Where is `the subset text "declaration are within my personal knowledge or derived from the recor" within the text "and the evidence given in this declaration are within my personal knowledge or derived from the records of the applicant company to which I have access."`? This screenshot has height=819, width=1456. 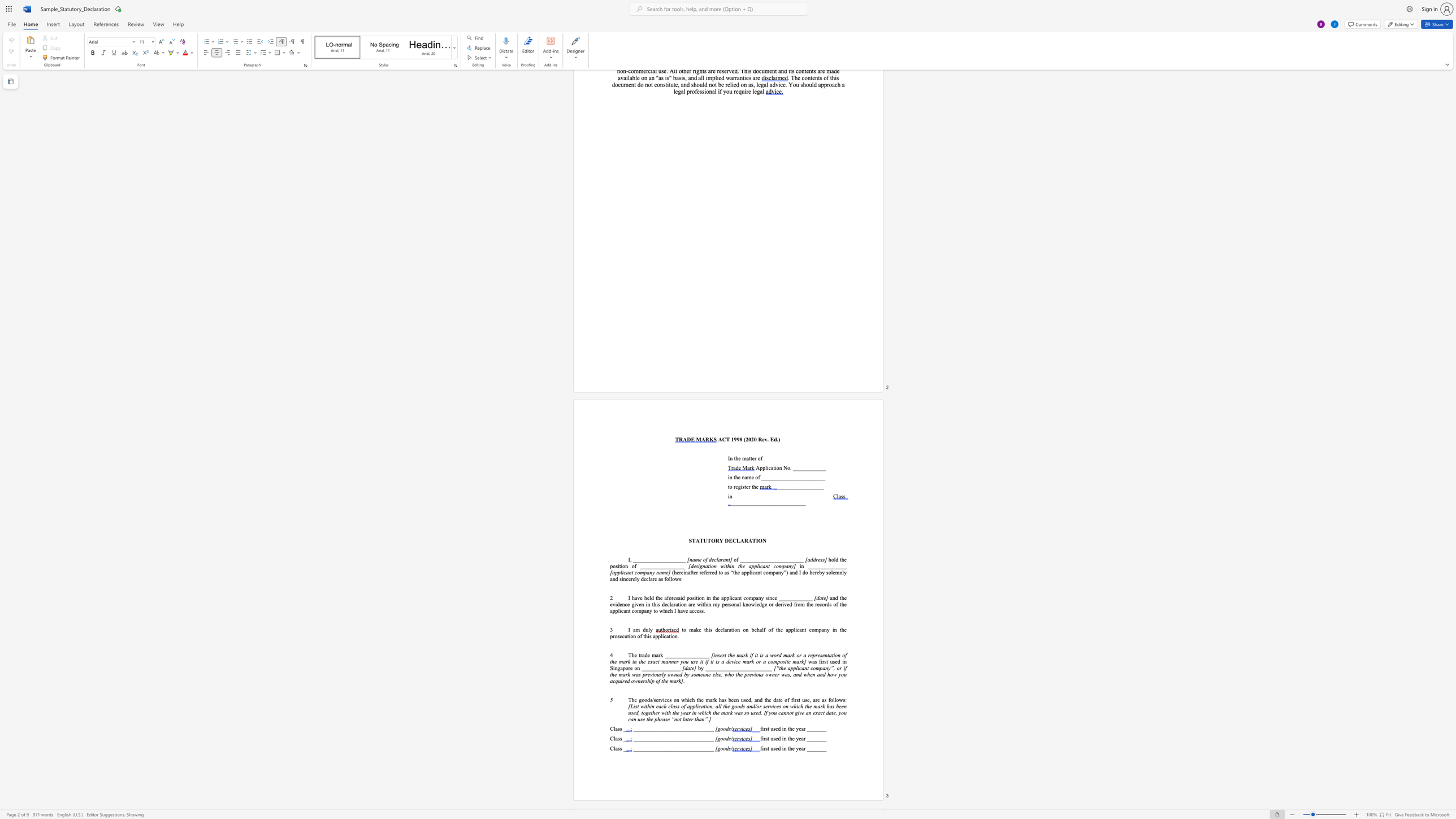
the subset text "declaration are within my personal knowledge or derived from the recor" within the text "and the evidence given in this declaration are within my personal knowledge or derived from the records of the applicant company to which I have access." is located at coordinates (661, 604).